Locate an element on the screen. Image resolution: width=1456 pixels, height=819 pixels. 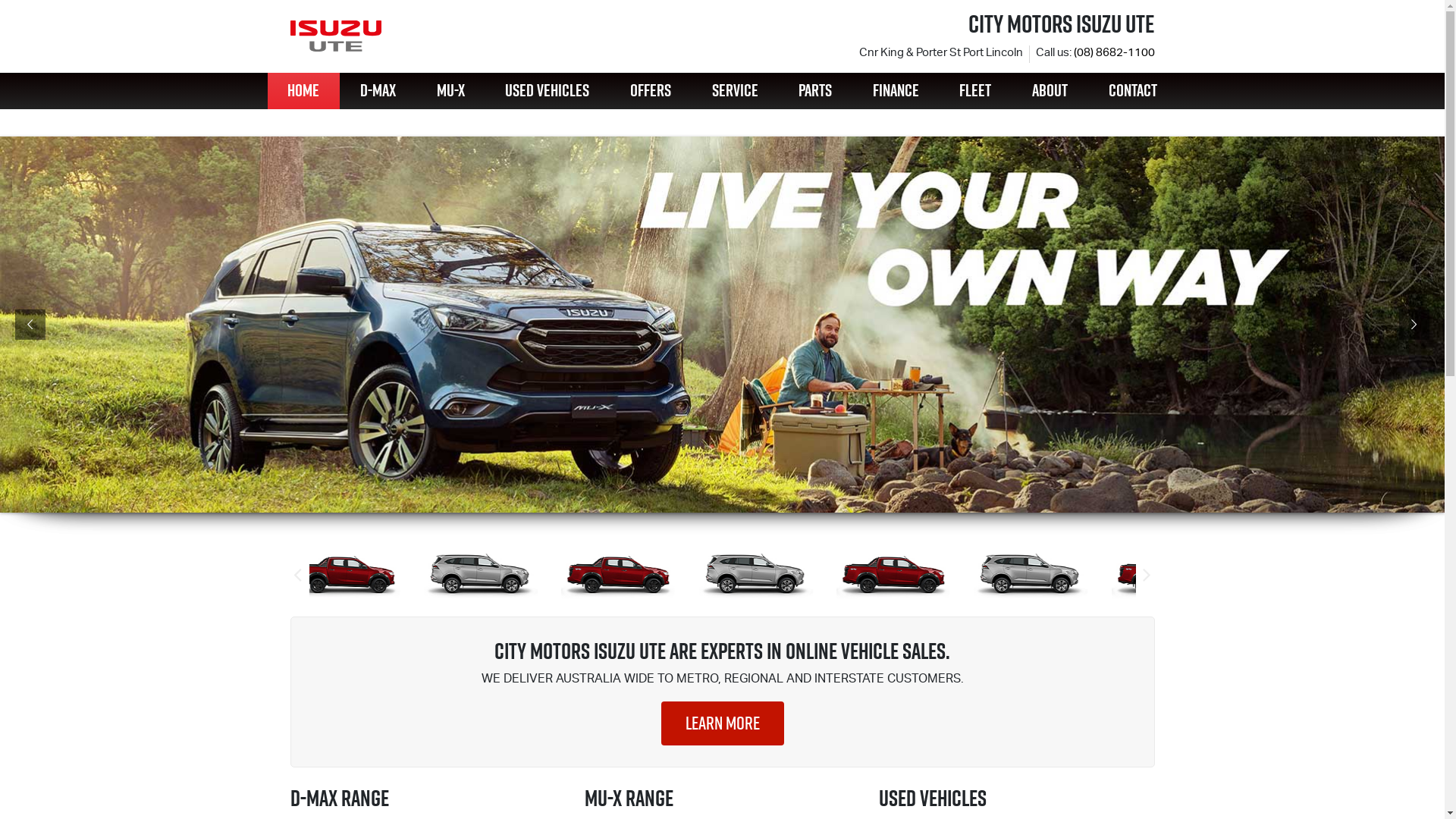
'FINANCE' is located at coordinates (852, 90).